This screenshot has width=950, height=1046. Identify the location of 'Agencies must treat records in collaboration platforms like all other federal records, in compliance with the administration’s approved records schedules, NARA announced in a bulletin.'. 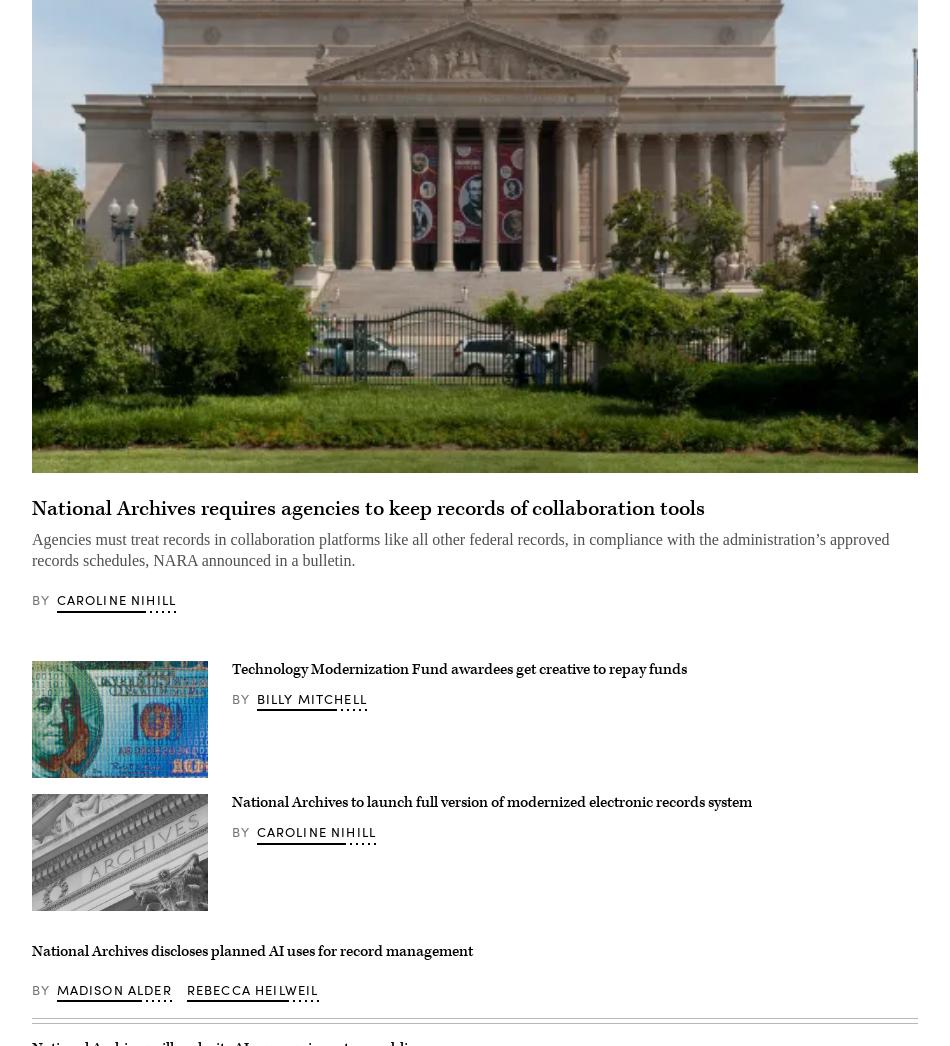
(459, 548).